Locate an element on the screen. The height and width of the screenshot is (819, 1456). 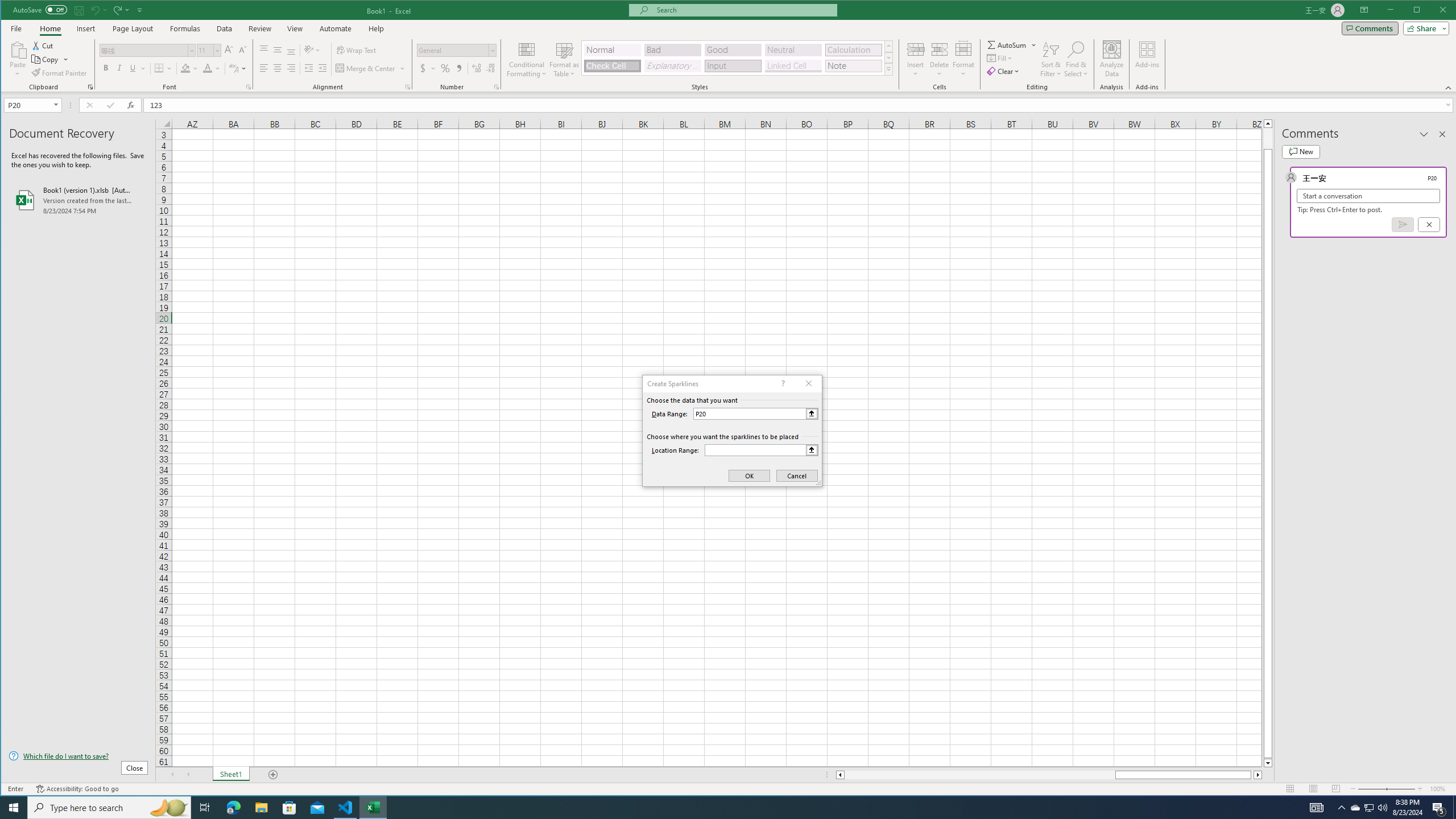
'AutoSum' is located at coordinates (1012, 44).